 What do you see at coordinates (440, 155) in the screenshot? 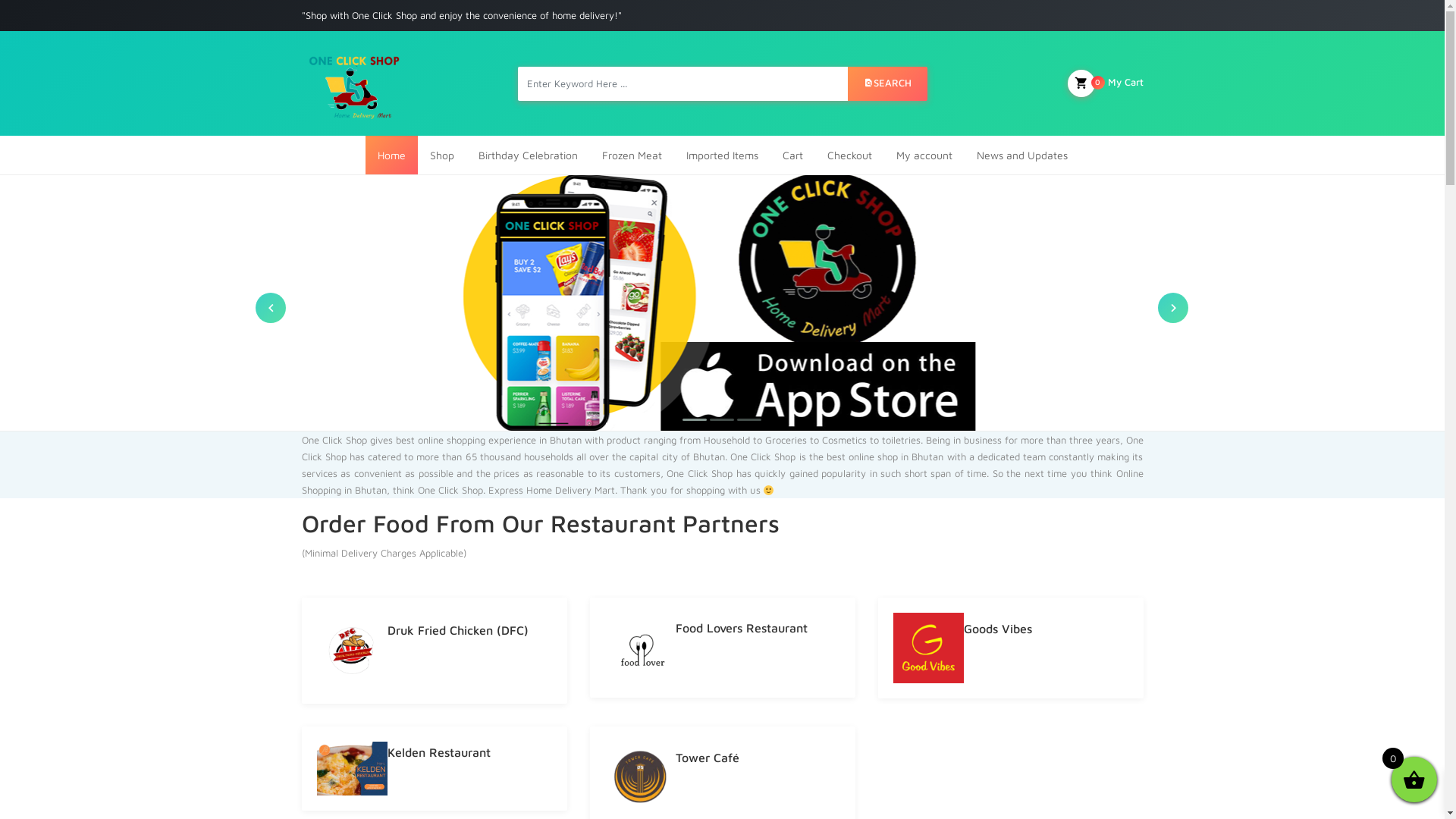
I see `'Shop'` at bounding box center [440, 155].